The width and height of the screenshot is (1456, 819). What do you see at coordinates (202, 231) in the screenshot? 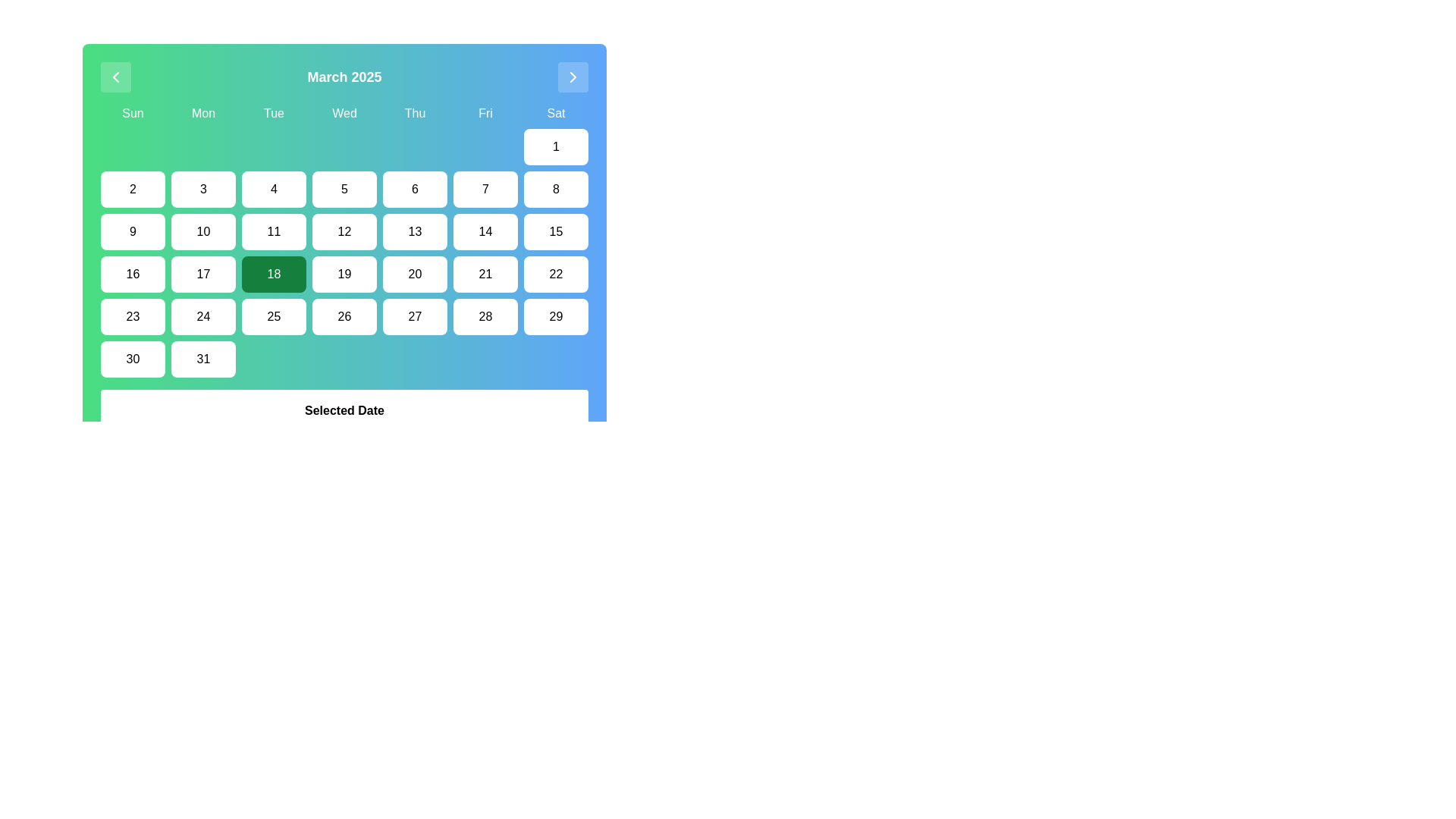
I see `the button` at bounding box center [202, 231].